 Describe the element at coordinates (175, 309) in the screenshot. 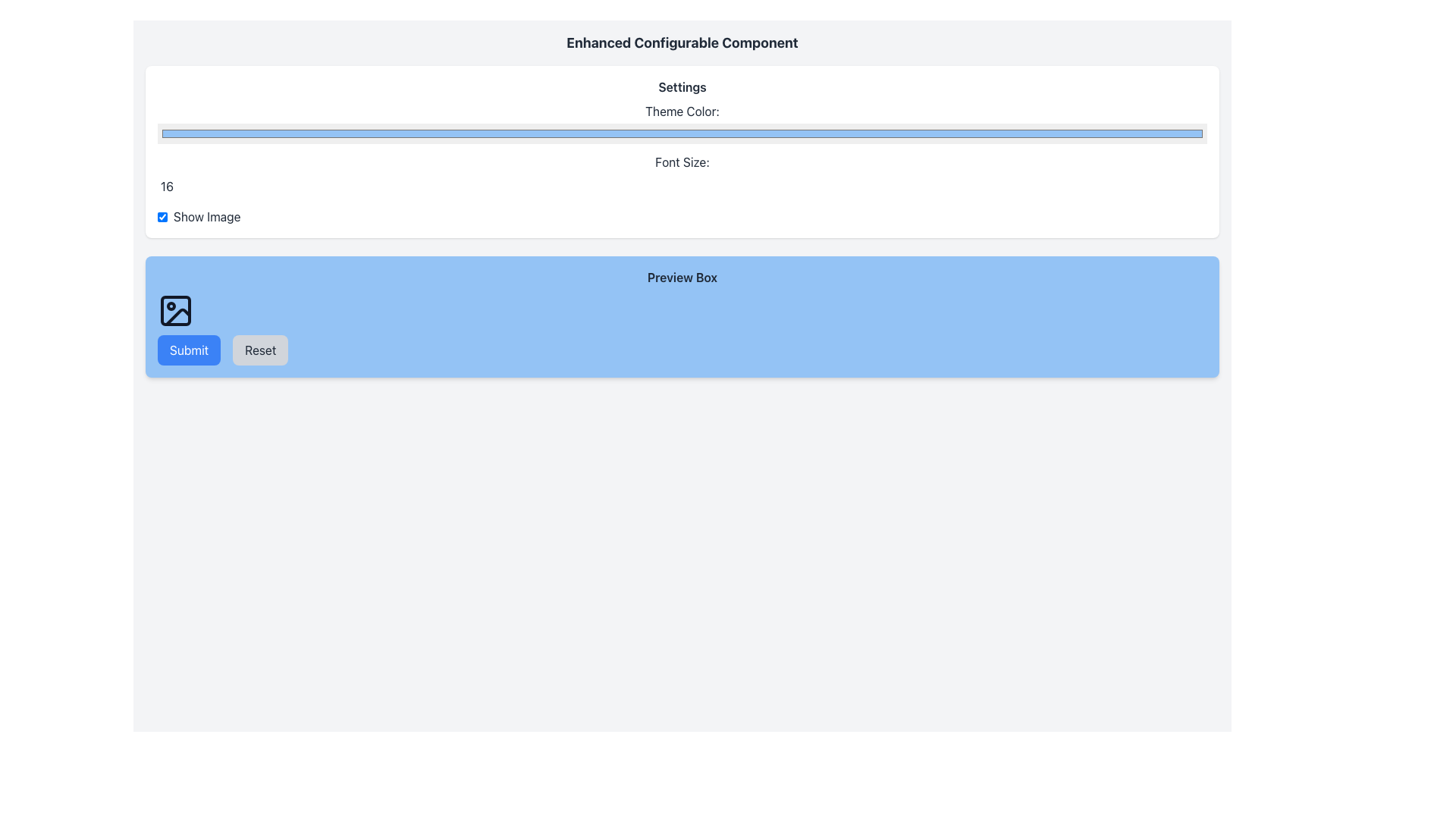

I see `the decorative square component located centrally within the image icon at the top left of the preview box area` at that location.